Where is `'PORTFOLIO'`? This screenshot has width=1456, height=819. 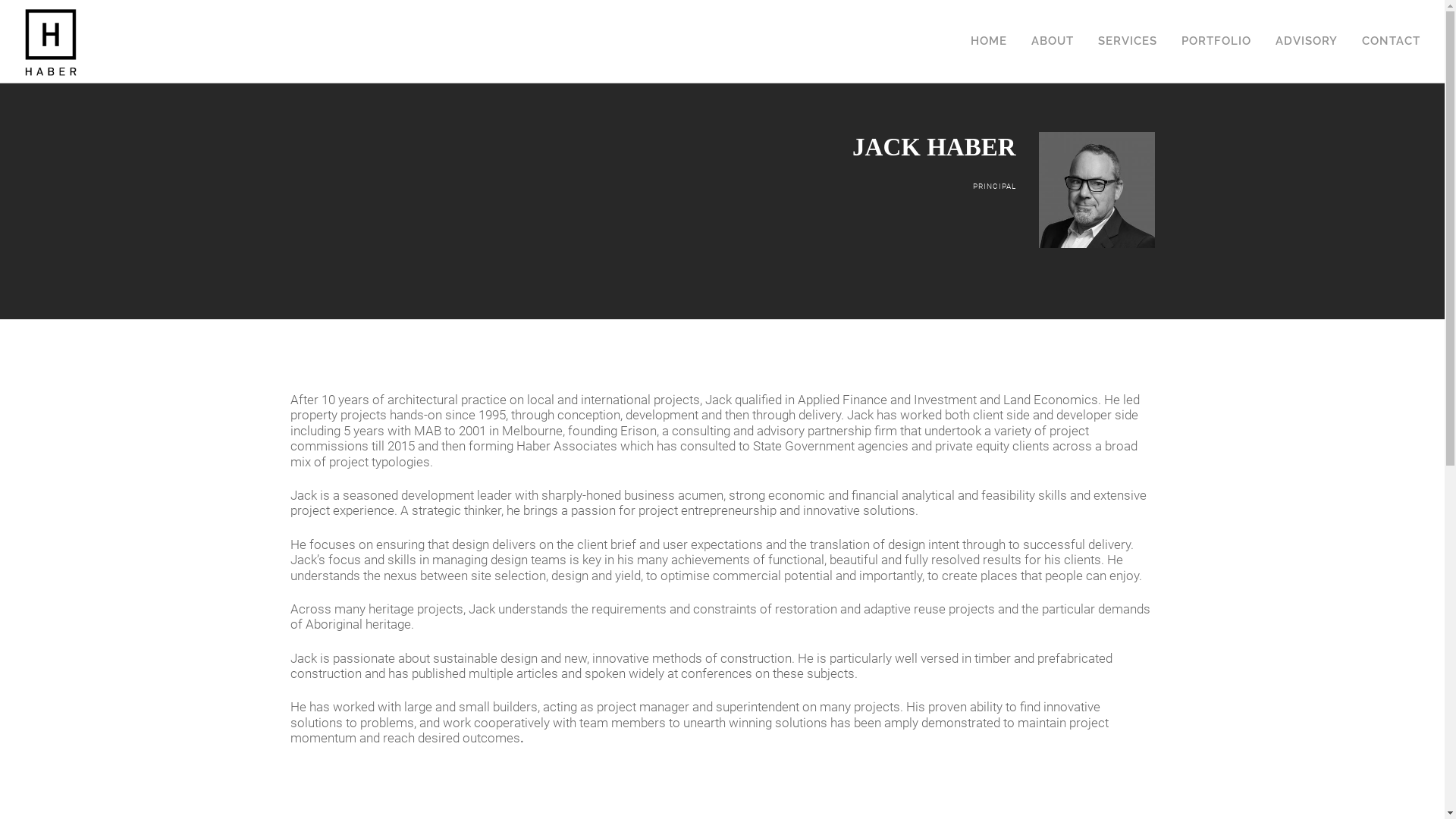
'PORTFOLIO' is located at coordinates (1216, 20).